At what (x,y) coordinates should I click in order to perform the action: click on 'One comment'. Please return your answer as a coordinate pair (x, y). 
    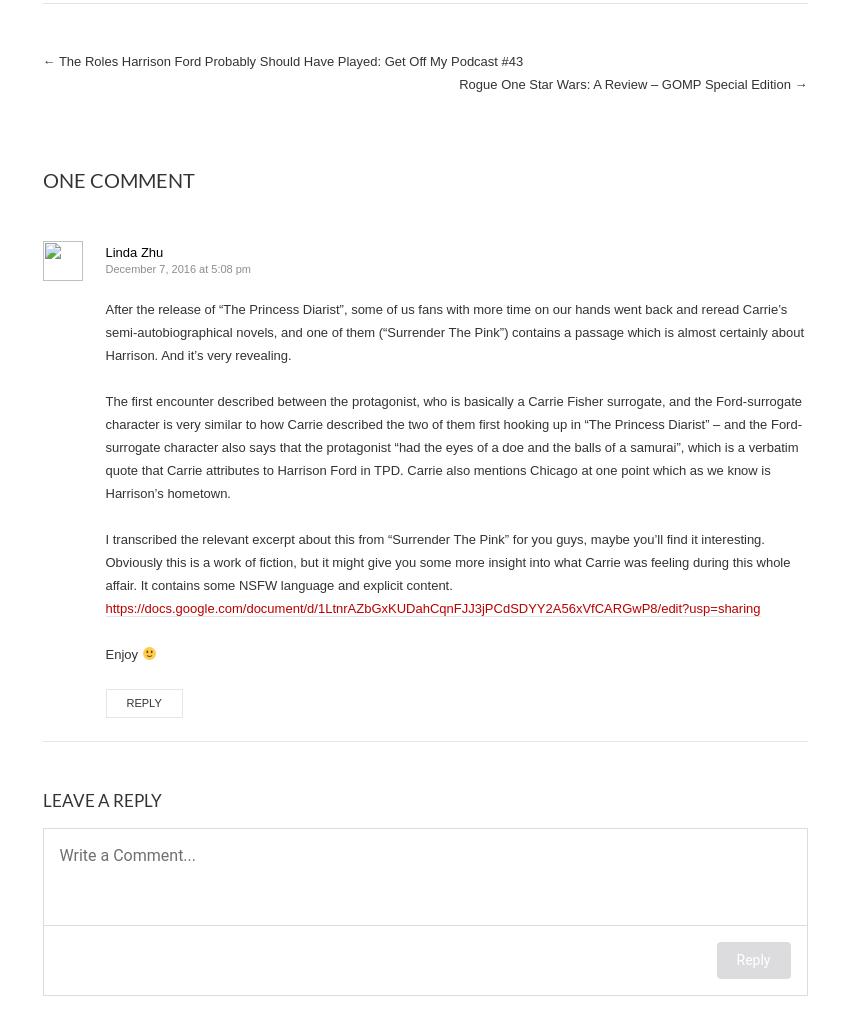
    Looking at the image, I should click on (40, 178).